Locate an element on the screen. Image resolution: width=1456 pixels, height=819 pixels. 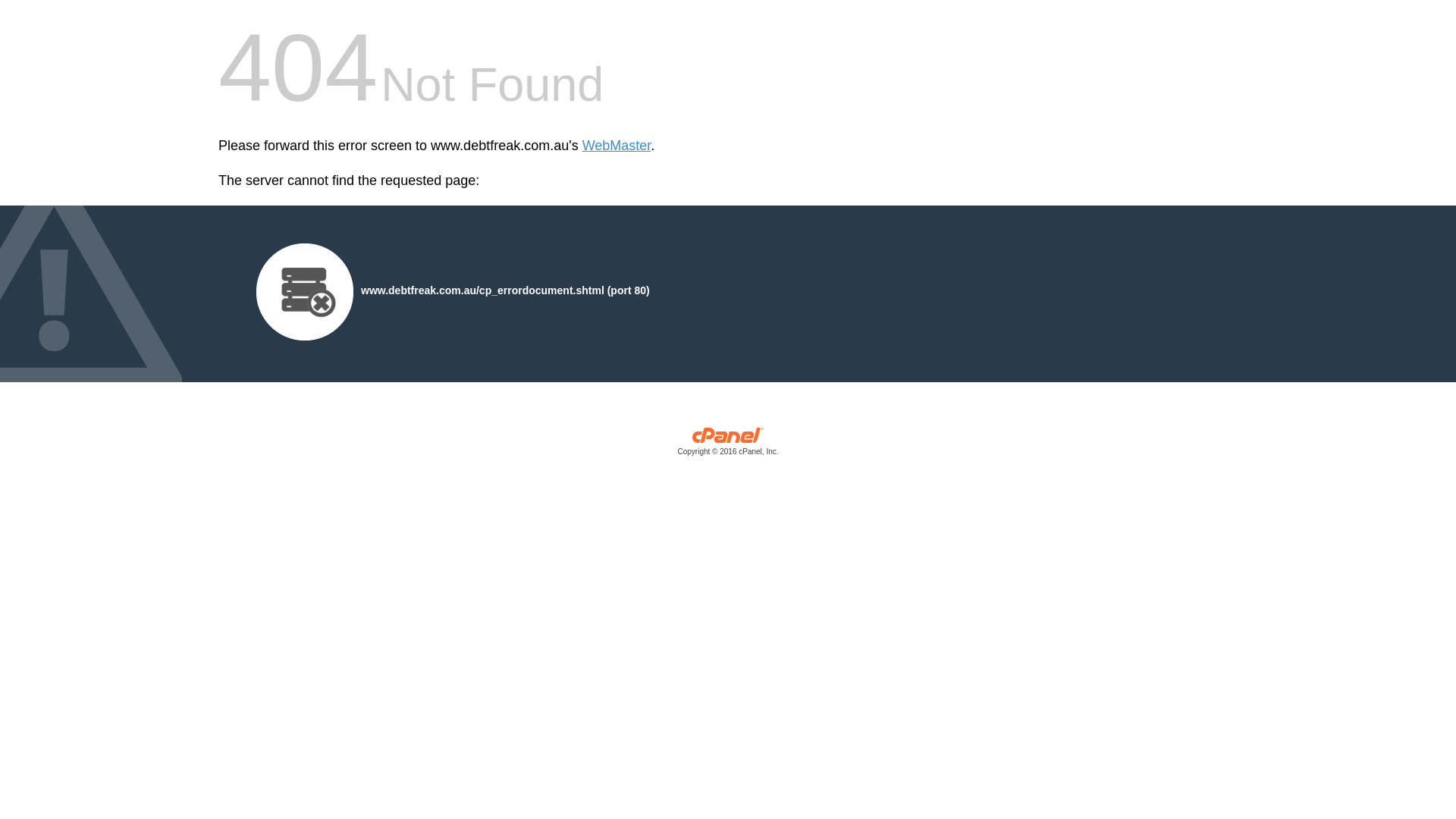
'WebMaster' is located at coordinates (617, 146).